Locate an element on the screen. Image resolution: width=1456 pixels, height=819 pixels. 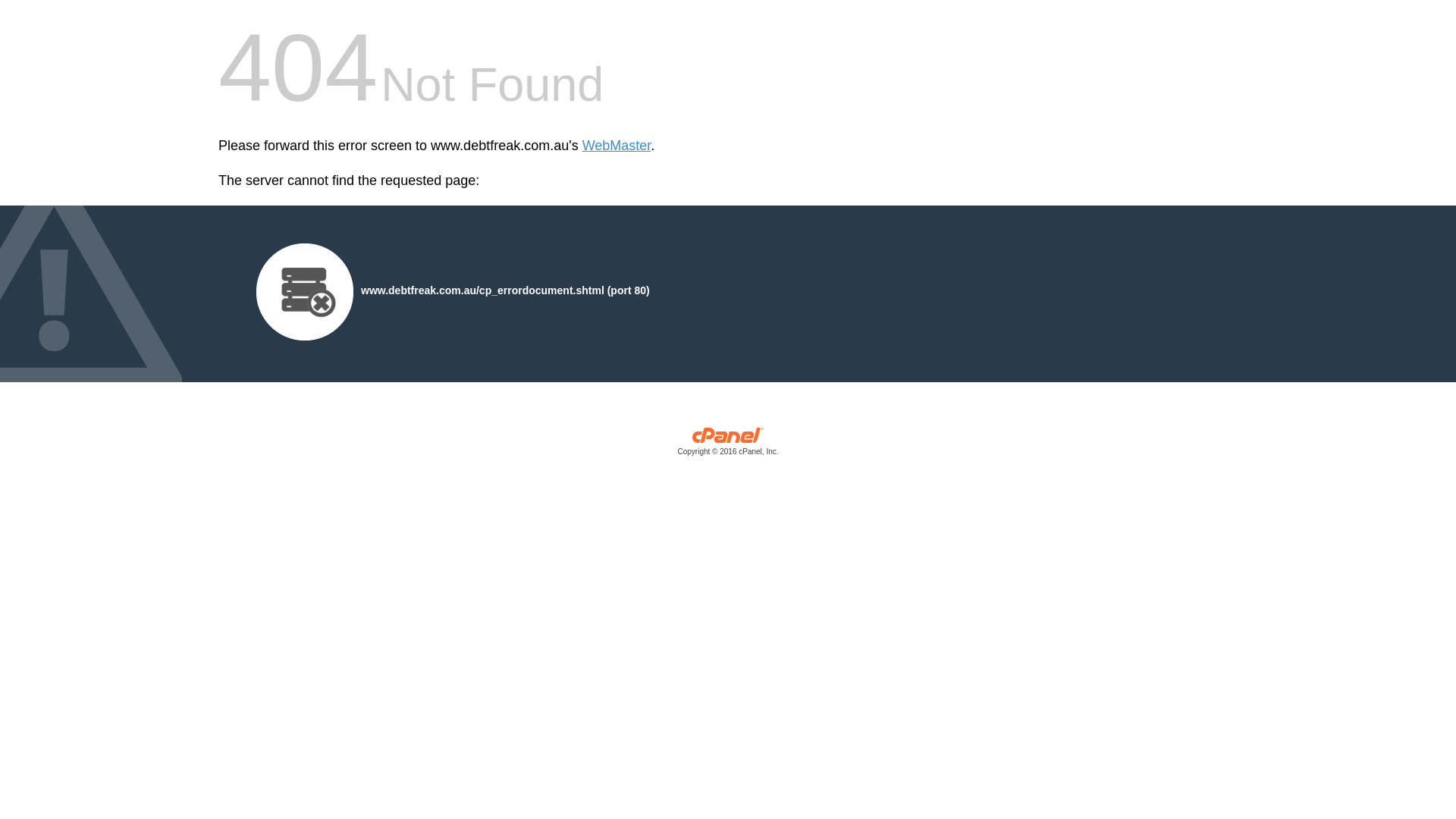
'WebMaster' is located at coordinates (617, 146).